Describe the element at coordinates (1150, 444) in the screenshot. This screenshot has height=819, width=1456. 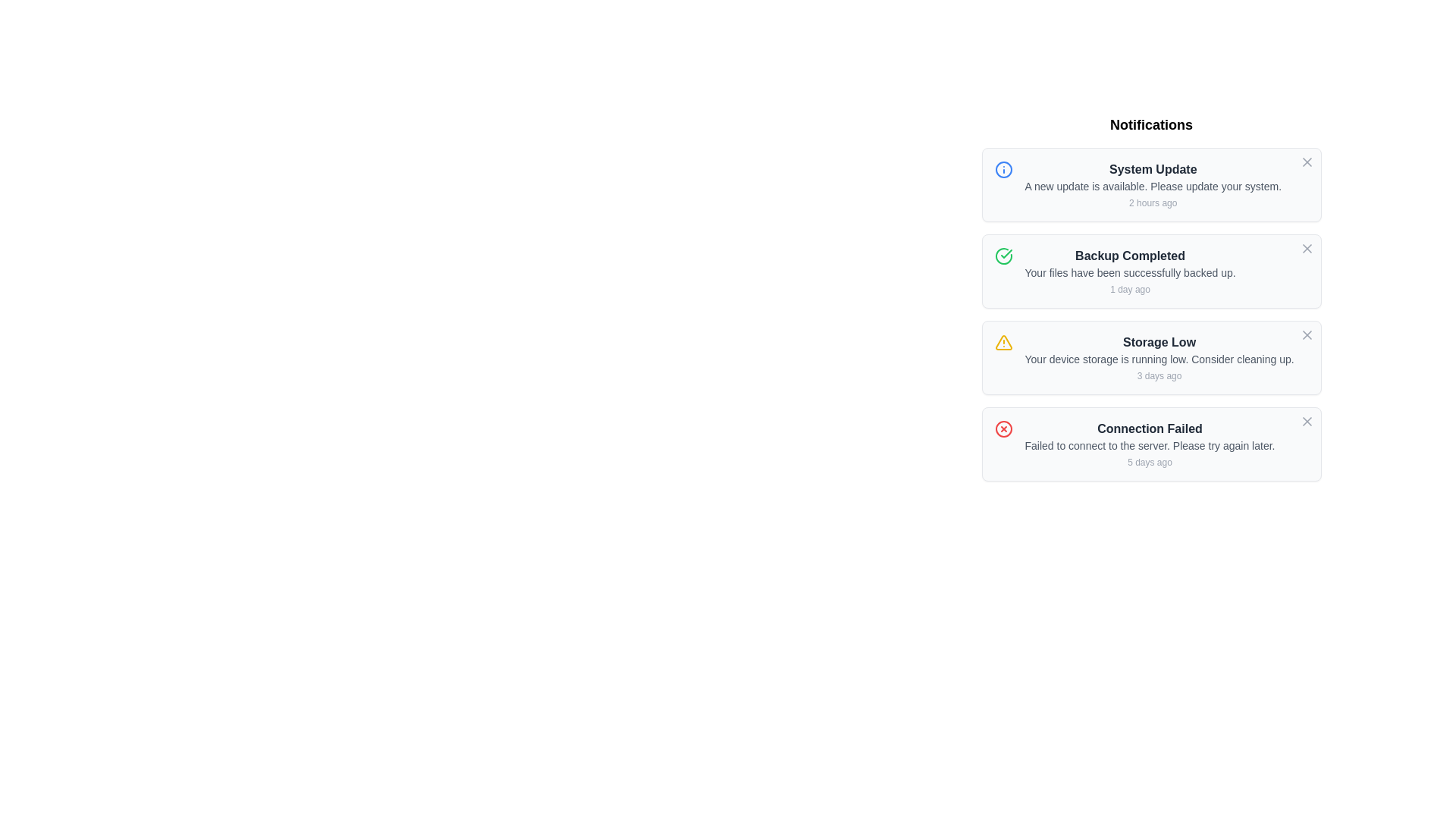
I see `notification message stating 'Failed to connect to the server. Please try again later.' which is the second line in the fourth notification item` at that location.